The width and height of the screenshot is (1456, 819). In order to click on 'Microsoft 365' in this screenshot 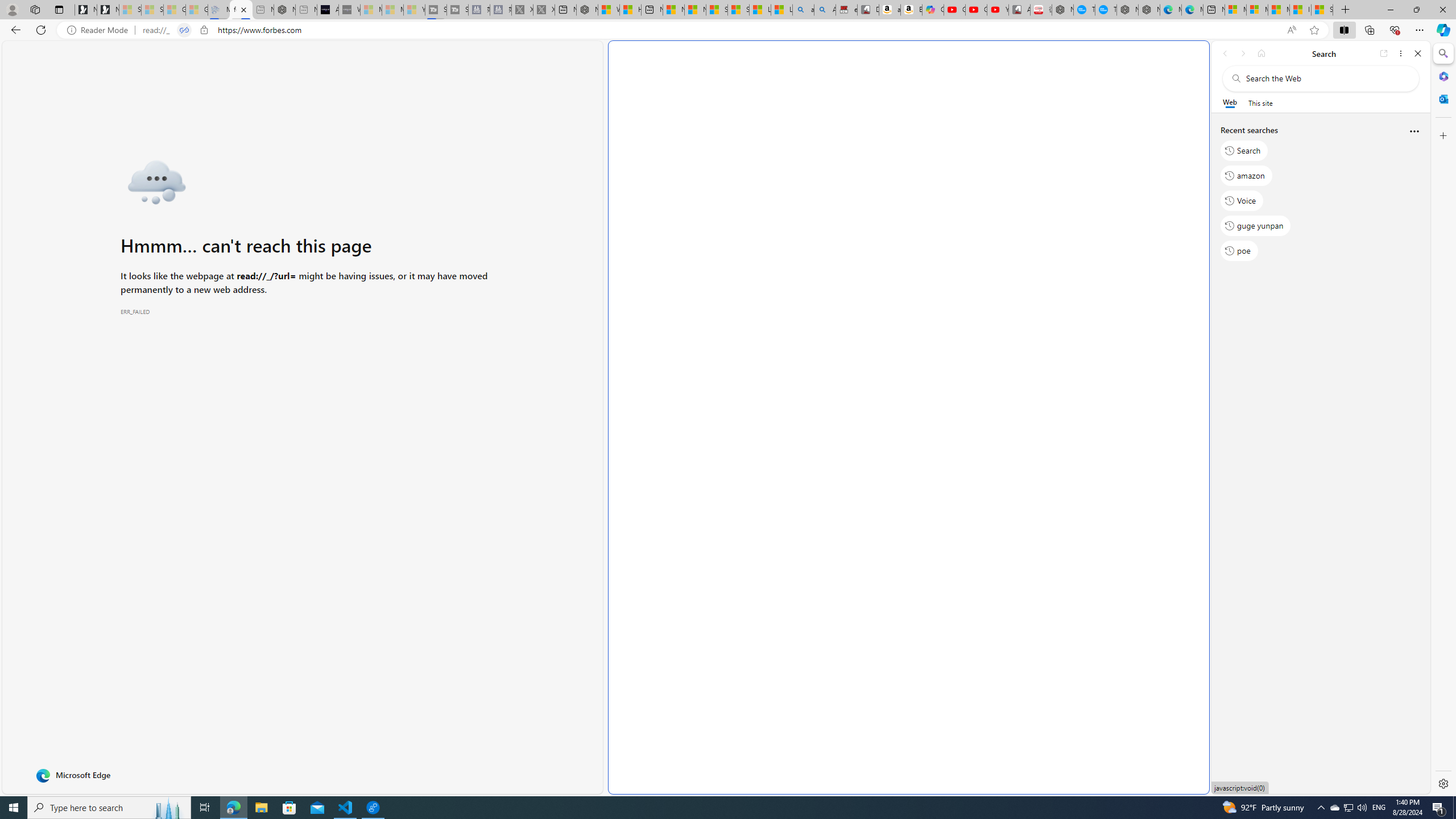, I will do `click(1442, 76)`.